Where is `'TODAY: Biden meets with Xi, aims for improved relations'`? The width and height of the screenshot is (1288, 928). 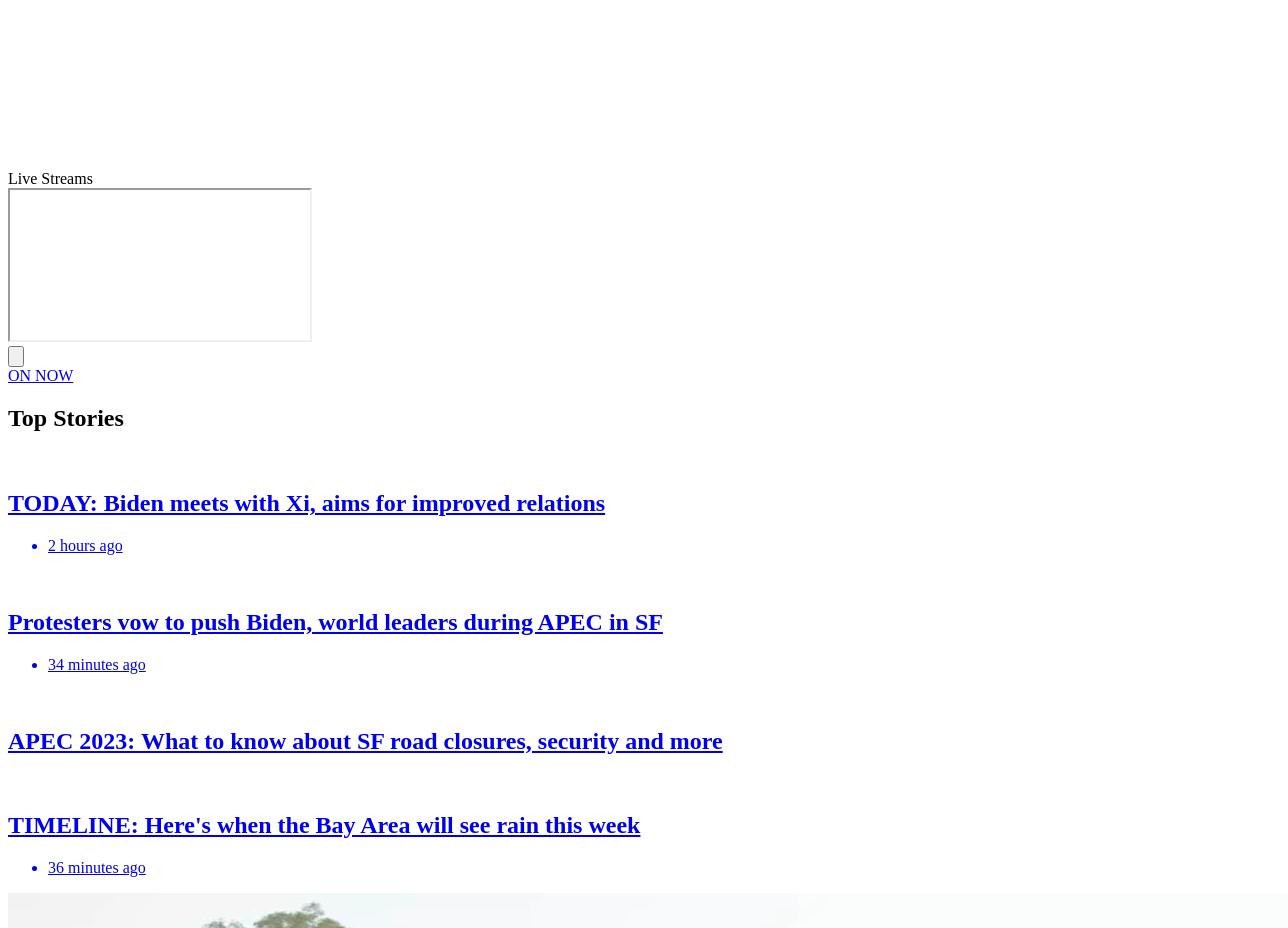
'TODAY: Biden meets with Xi, aims for improved relations' is located at coordinates (306, 500).